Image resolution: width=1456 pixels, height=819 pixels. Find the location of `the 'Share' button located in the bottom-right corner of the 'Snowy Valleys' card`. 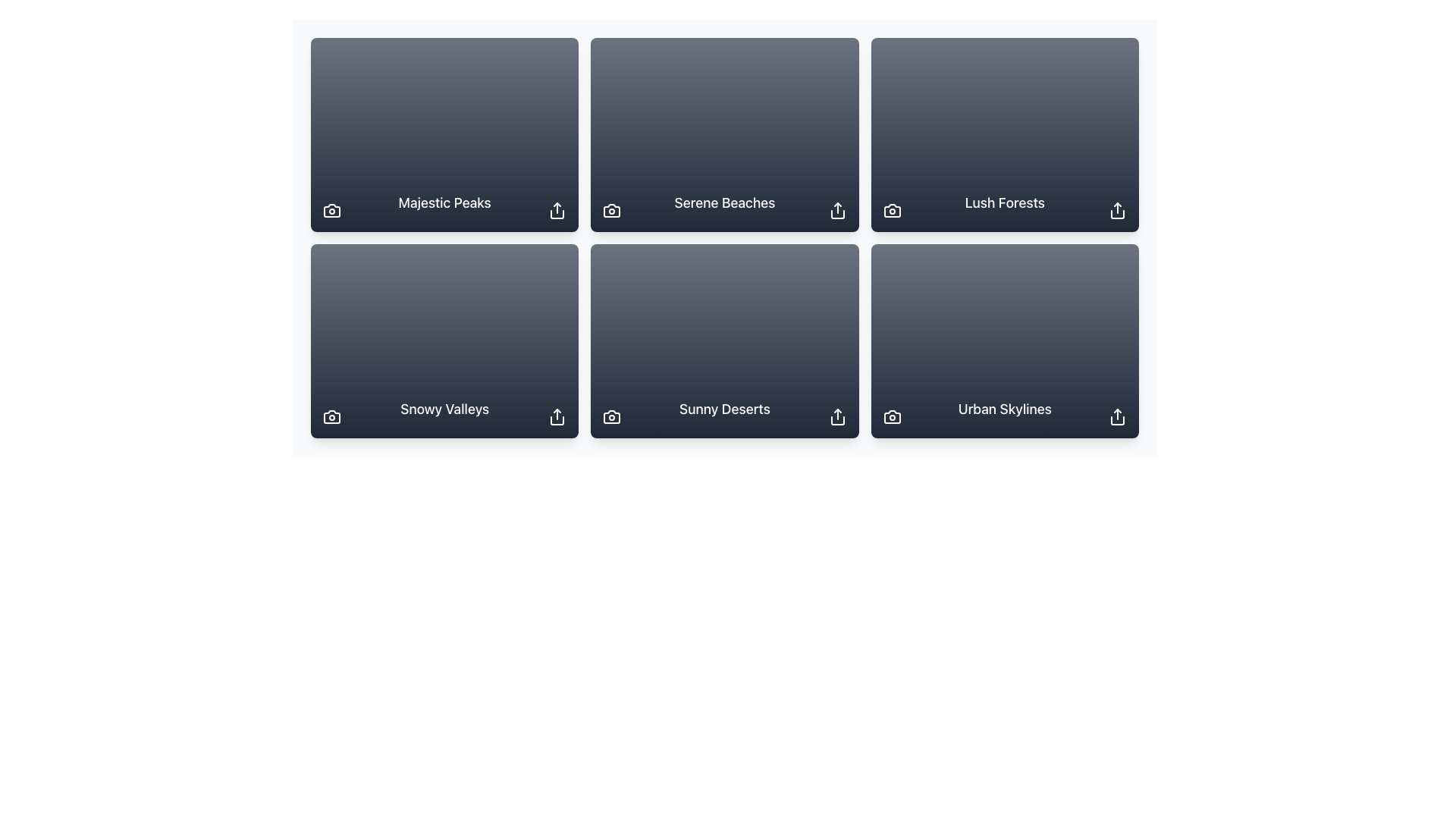

the 'Share' button located in the bottom-right corner of the 'Snowy Valleys' card is located at coordinates (557, 417).